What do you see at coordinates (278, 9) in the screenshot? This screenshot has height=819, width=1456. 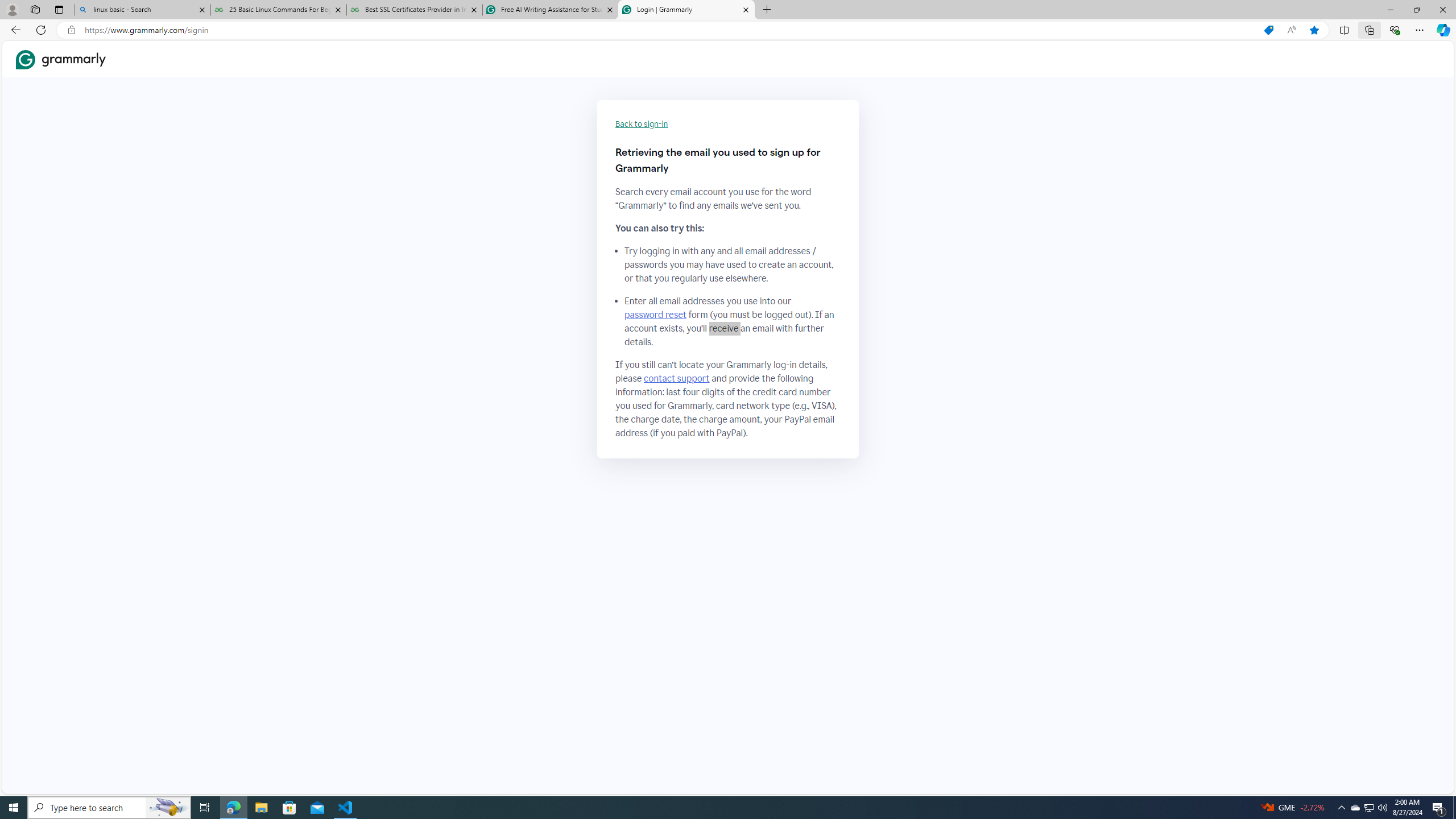 I see `'25 Basic Linux Commands For Beginners - GeeksforGeeks'` at bounding box center [278, 9].